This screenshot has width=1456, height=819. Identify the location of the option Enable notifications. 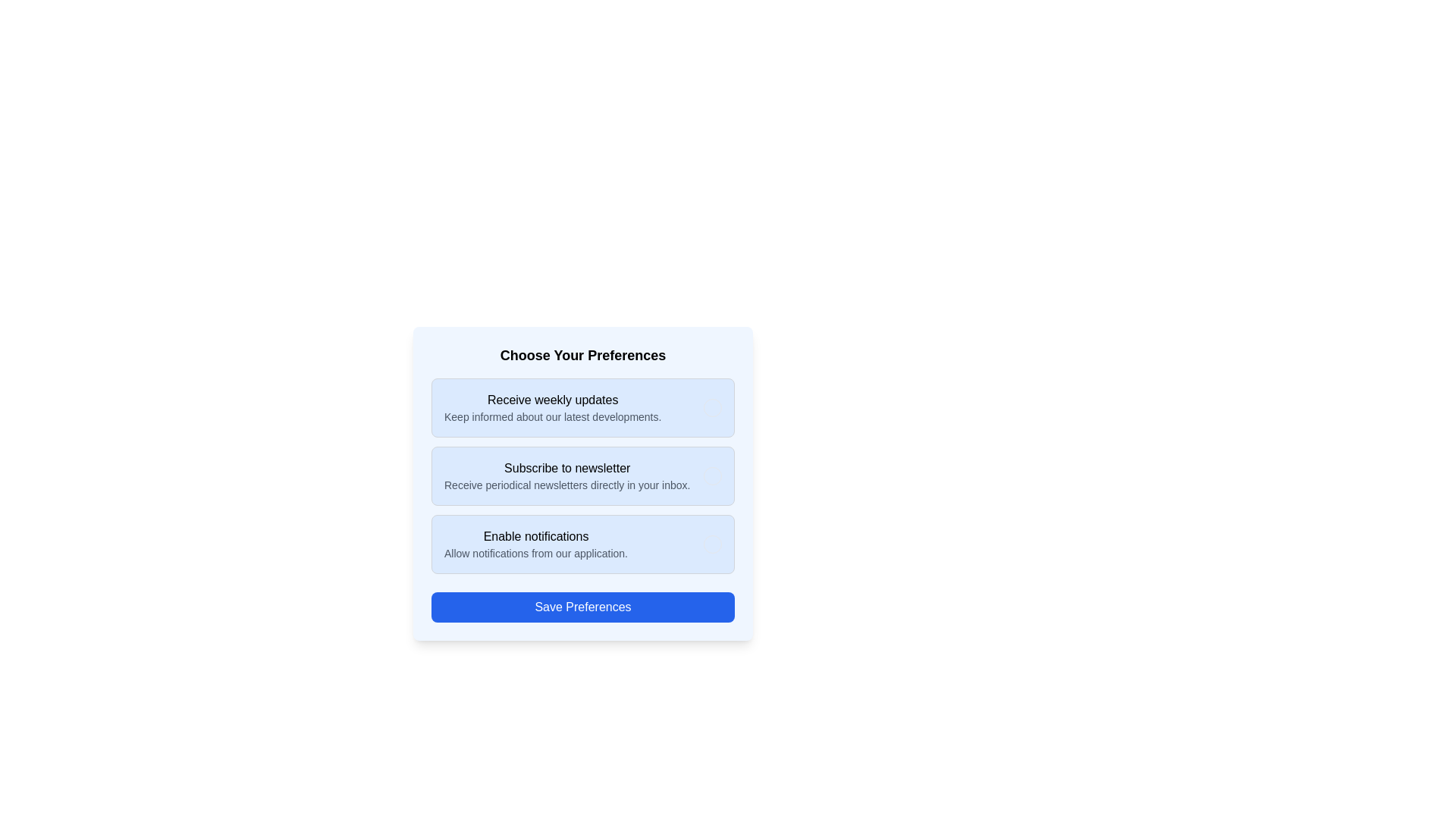
(712, 543).